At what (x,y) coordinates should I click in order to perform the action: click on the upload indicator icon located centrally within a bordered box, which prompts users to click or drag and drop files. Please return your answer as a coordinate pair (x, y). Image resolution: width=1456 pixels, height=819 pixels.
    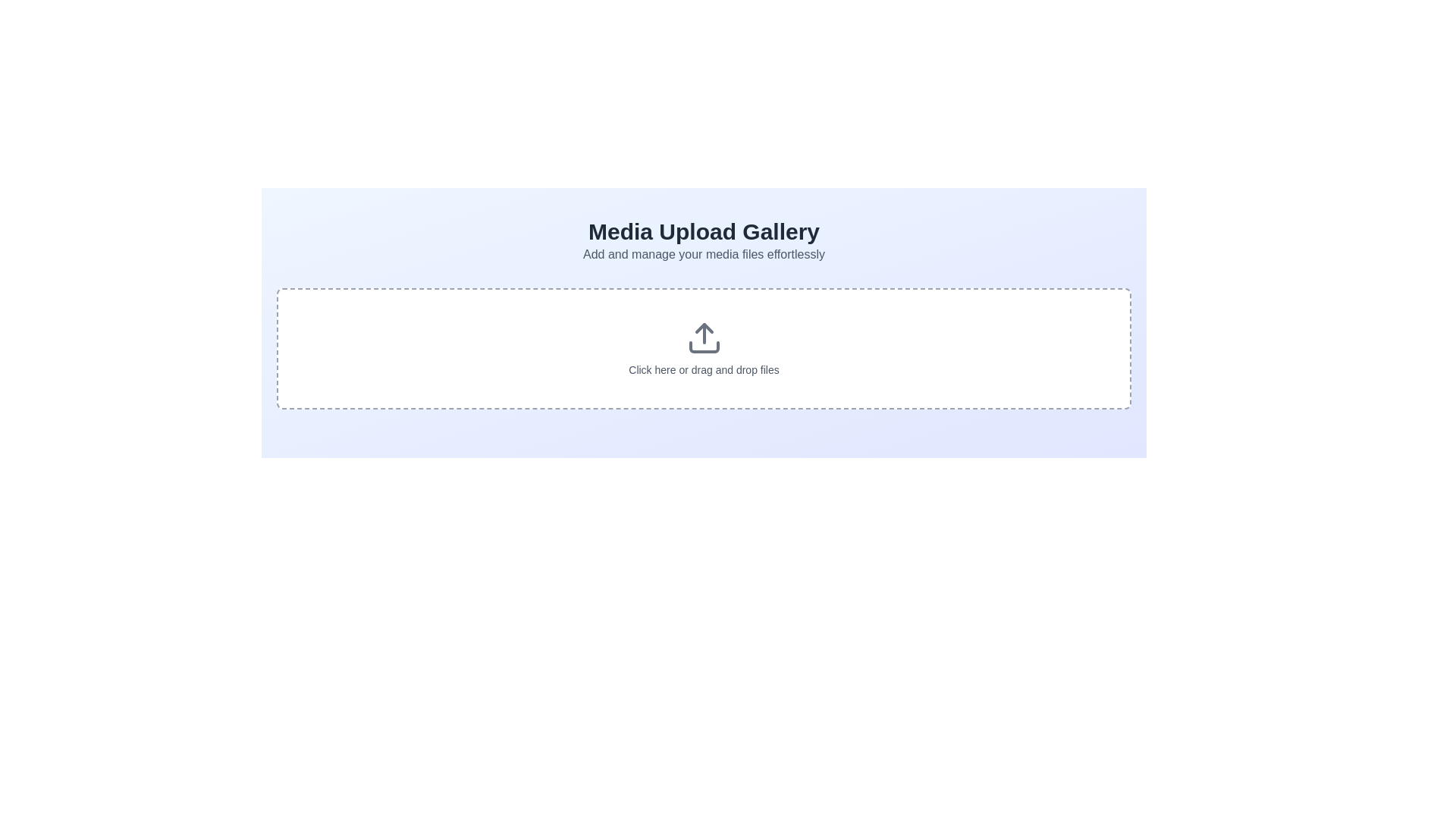
    Looking at the image, I should click on (703, 337).